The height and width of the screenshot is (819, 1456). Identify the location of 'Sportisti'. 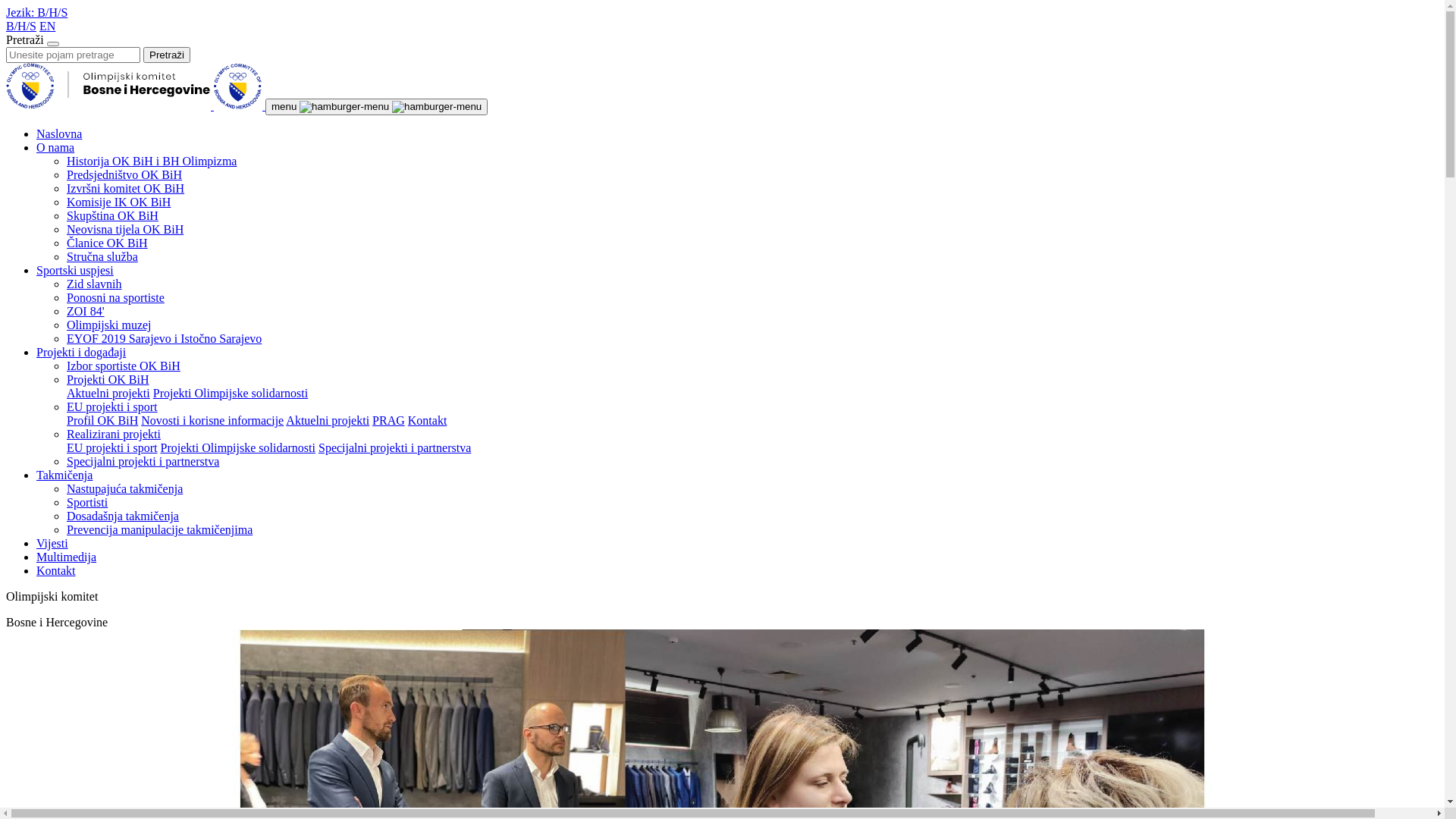
(86, 502).